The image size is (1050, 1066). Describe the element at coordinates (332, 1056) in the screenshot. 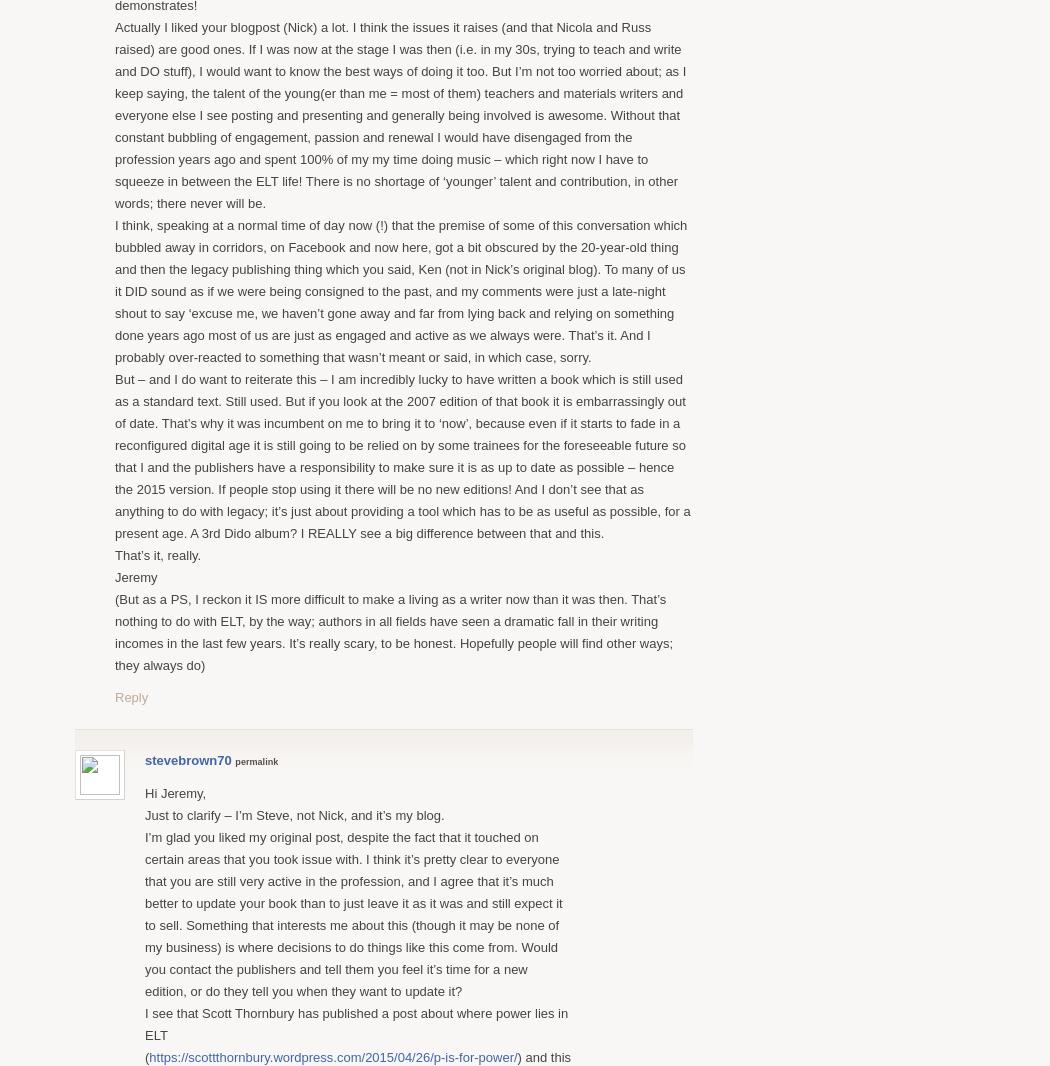

I see `'https://scottthornbury.wordpress.com/2015/04/26/p-is-for-power/'` at that location.